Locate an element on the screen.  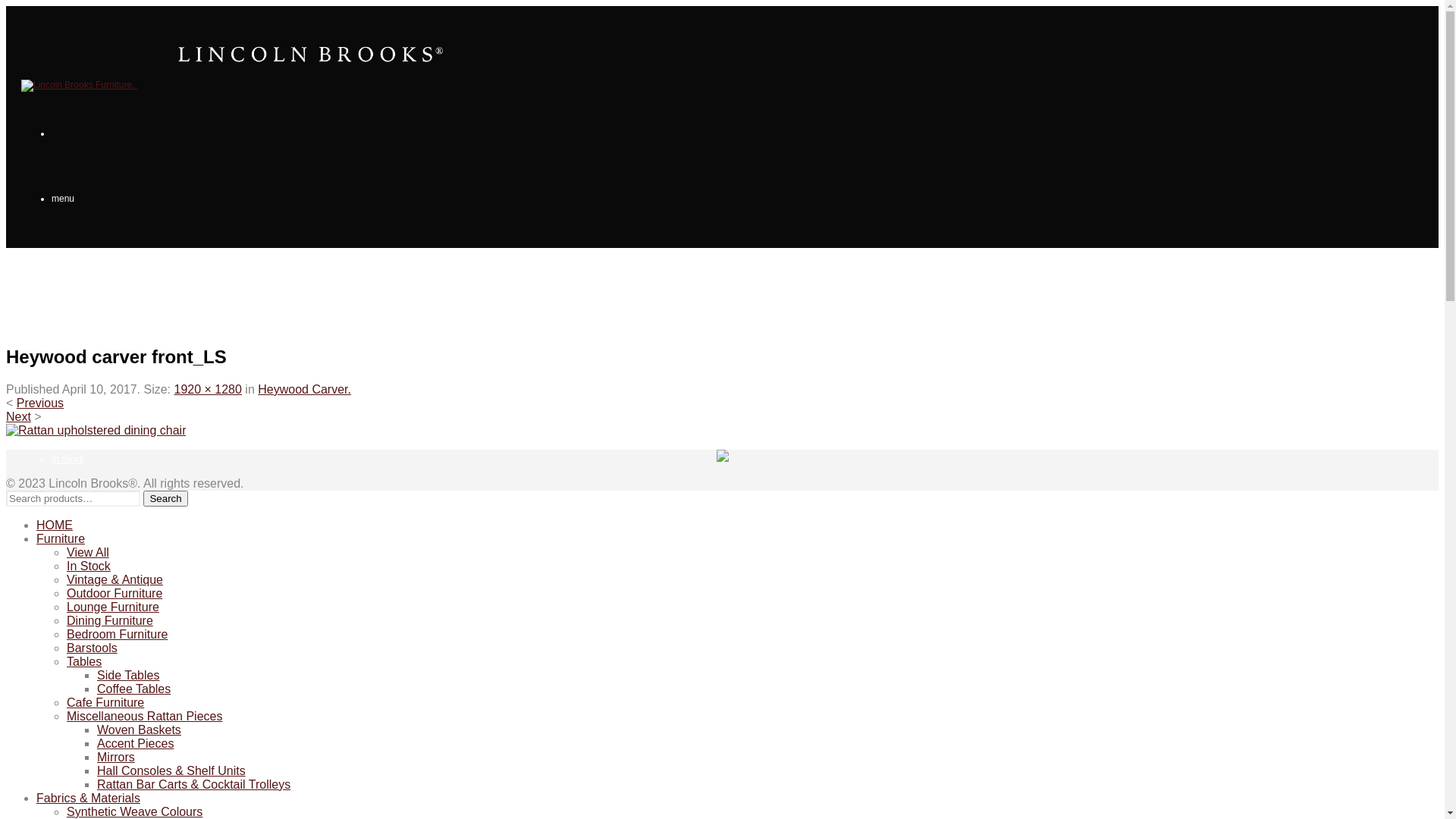
'Vintage & Antique' is located at coordinates (86, 523).